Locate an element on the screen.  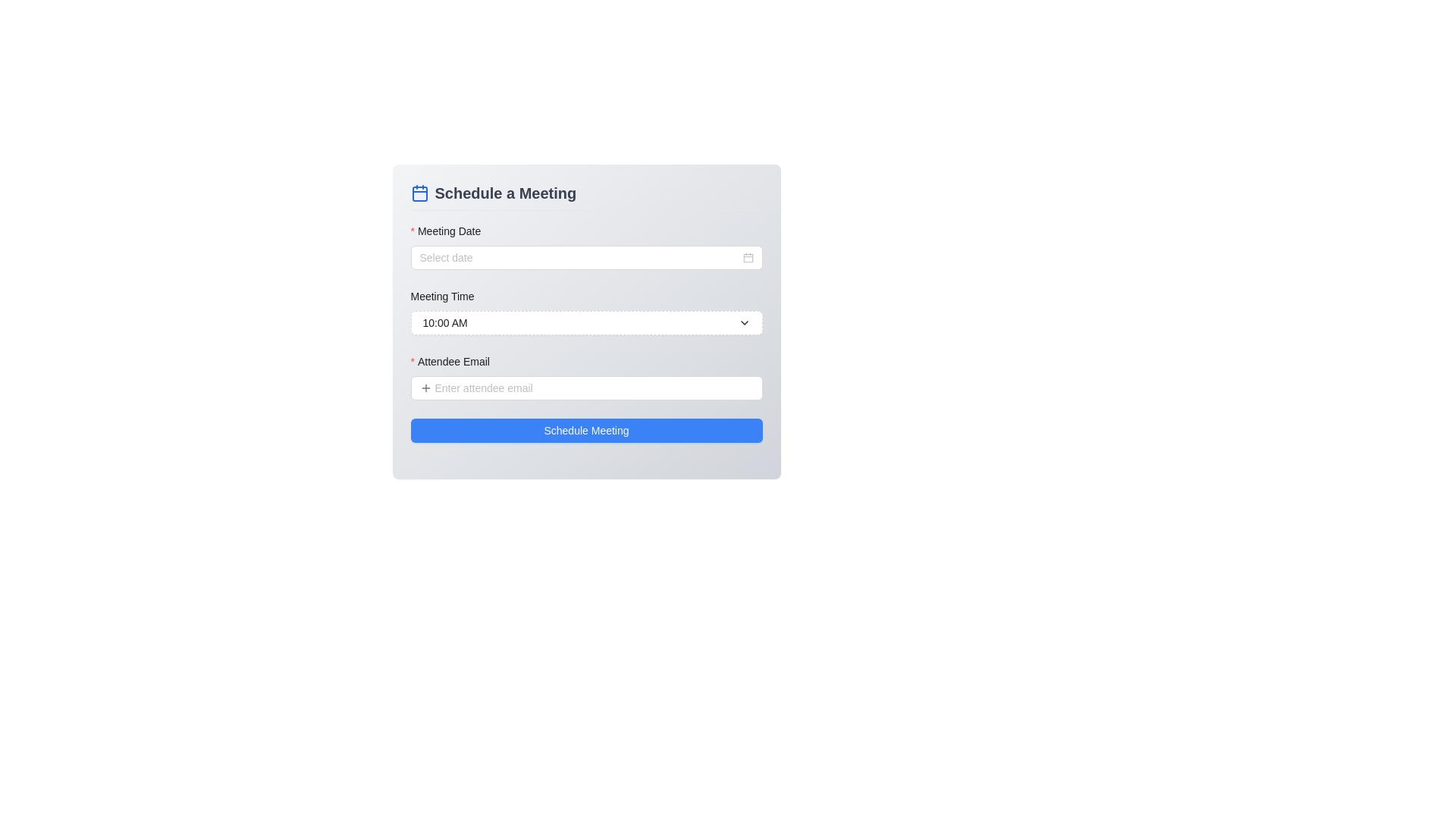
the Dropdown time picker input field, which is the second input field in the 'Schedule a Meeting' form, positioned below the 'Meeting Date' field and above the 'Attendee Email' field, by using the tab key is located at coordinates (585, 311).